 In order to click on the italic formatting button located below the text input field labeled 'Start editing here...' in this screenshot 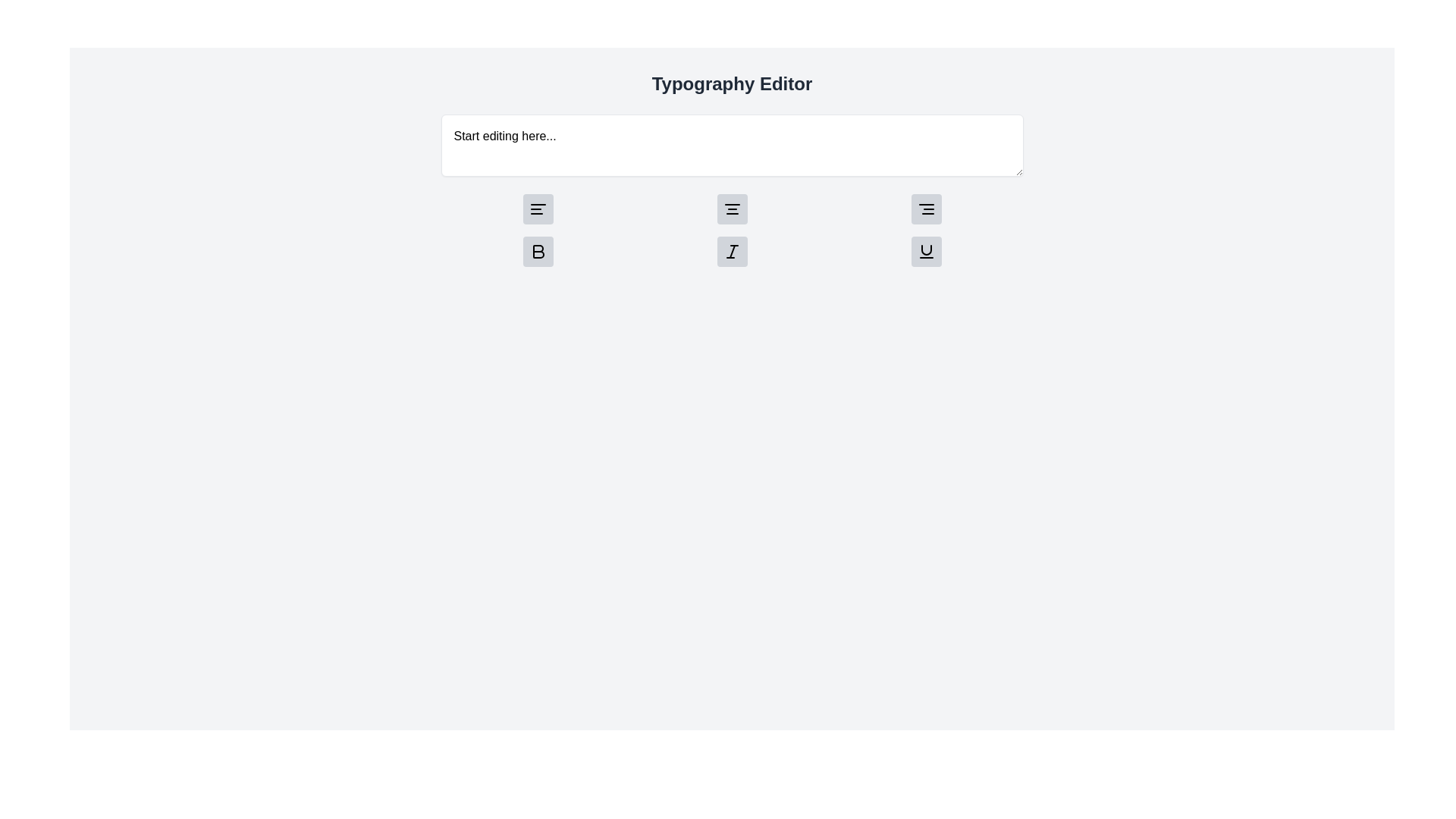, I will do `click(732, 250)`.